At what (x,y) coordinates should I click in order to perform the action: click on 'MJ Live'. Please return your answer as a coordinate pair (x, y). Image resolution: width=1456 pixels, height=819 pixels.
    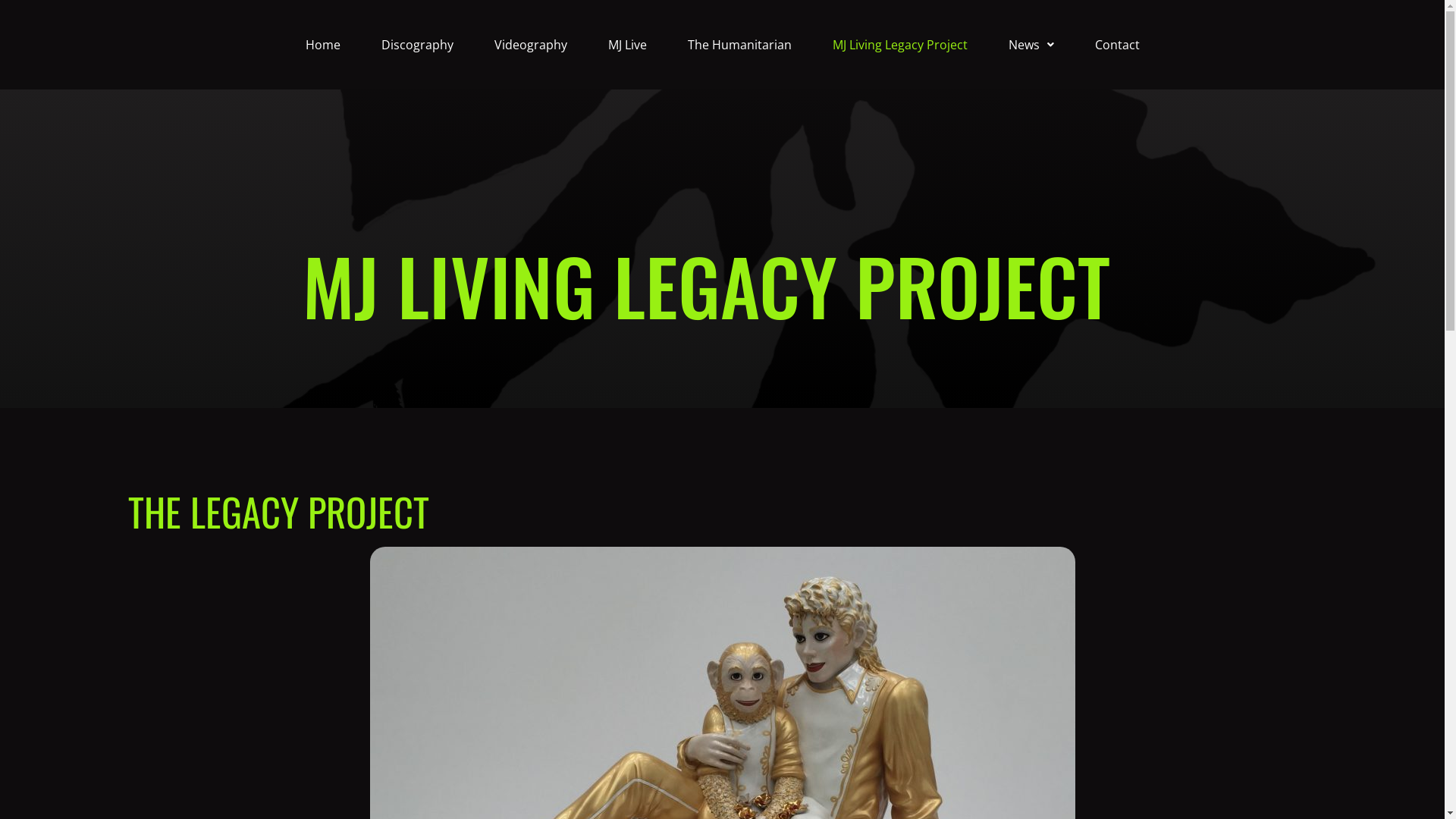
    Looking at the image, I should click on (626, 43).